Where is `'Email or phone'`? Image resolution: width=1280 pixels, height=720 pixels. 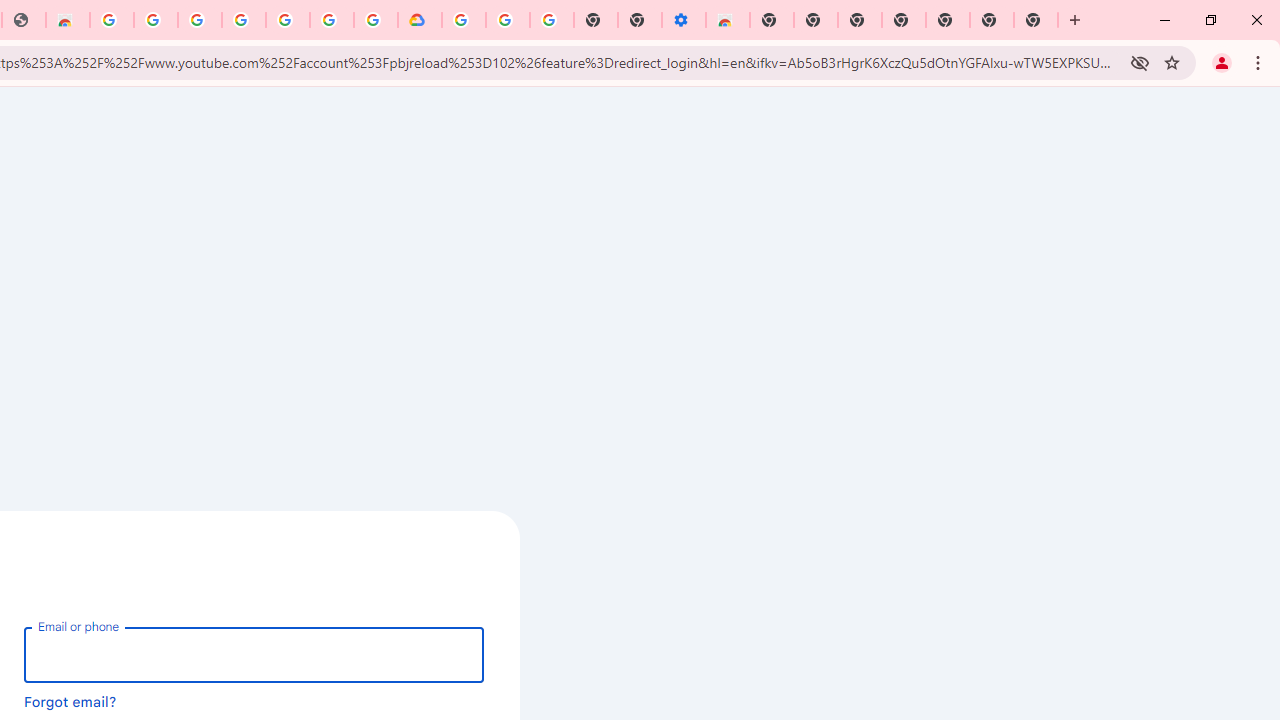
'Email or phone' is located at coordinates (253, 654).